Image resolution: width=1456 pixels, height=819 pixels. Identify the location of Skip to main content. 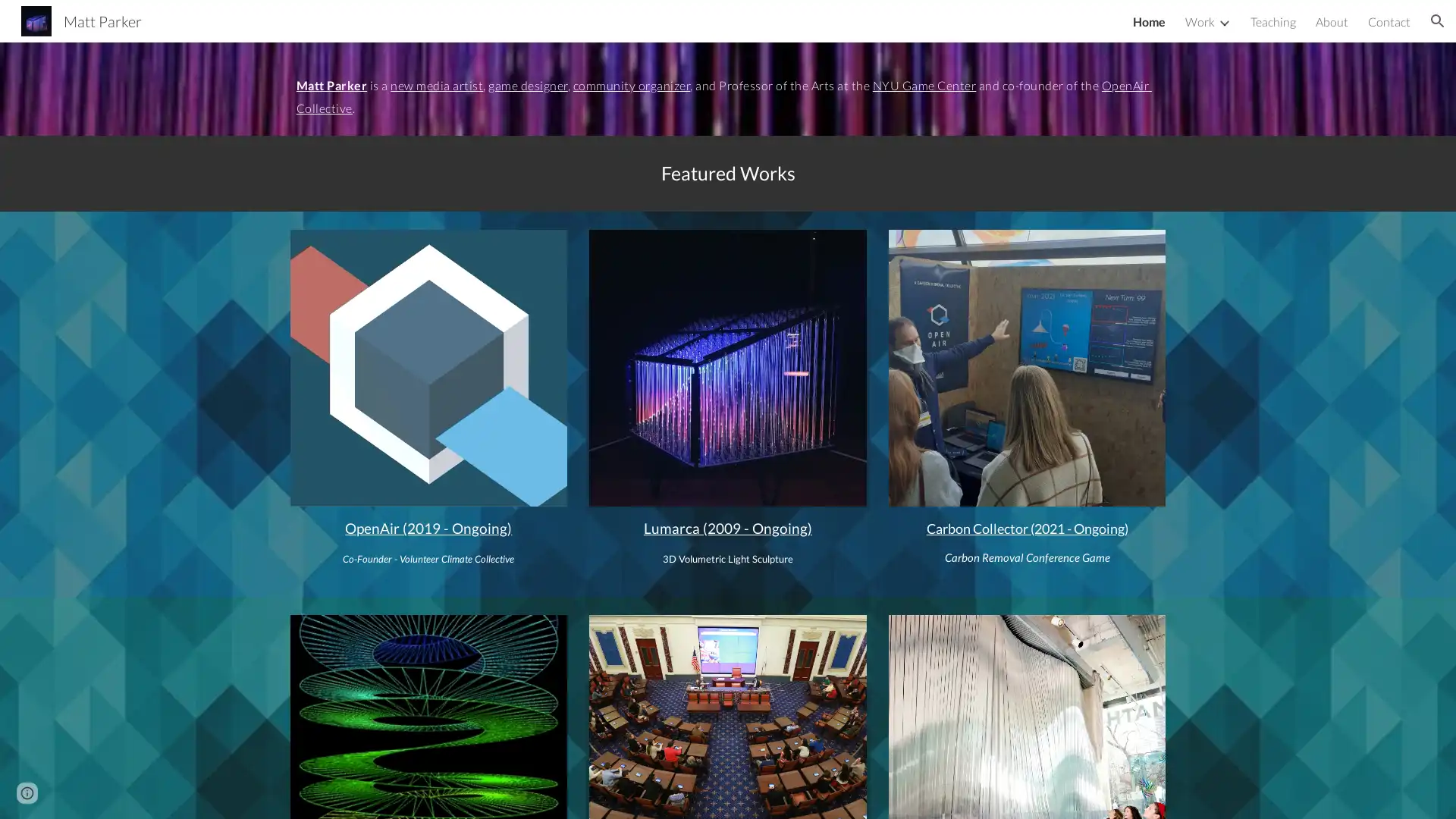
(597, 28).